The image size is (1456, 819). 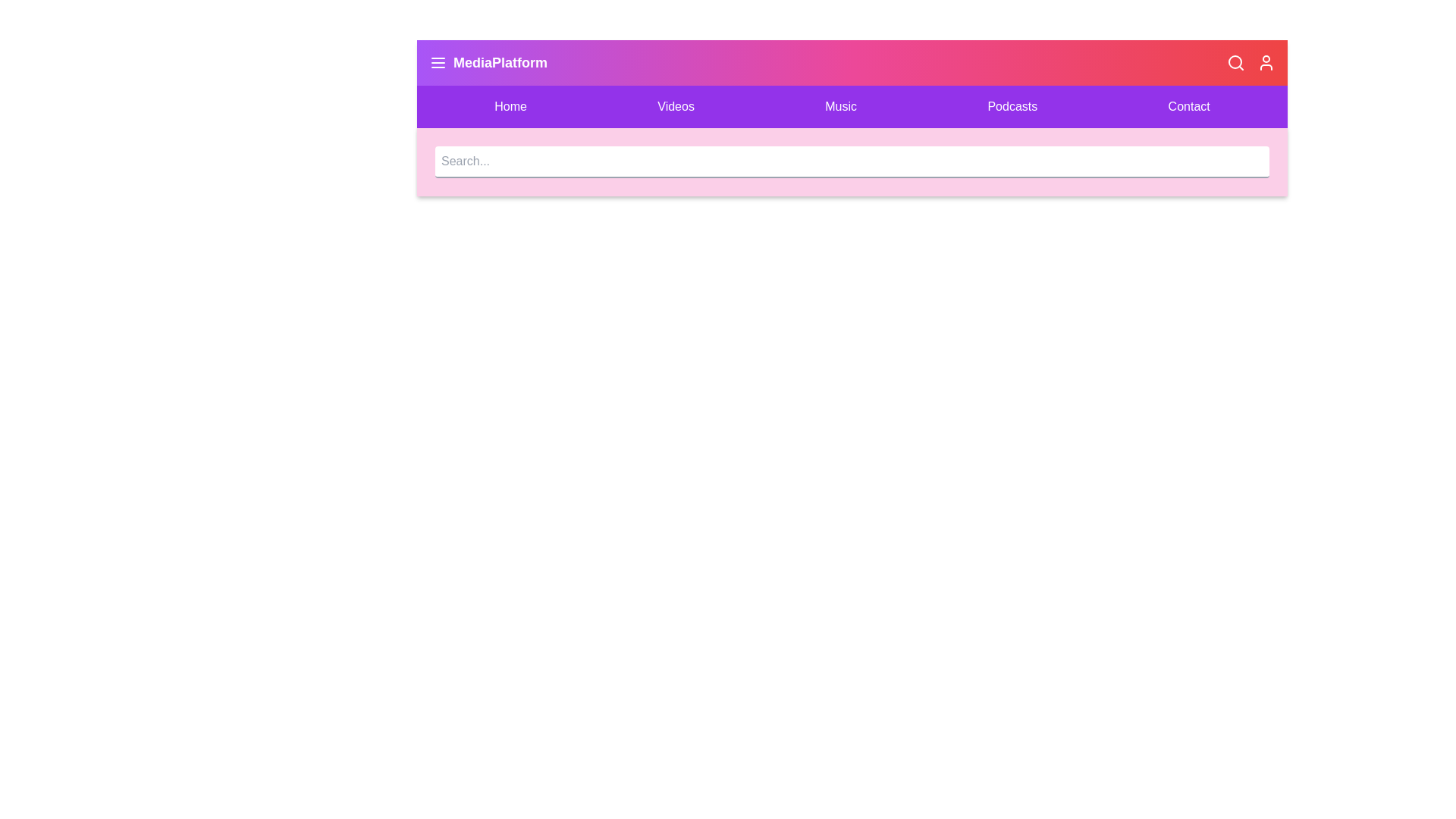 I want to click on the user icon to access user-related actions, so click(x=1266, y=62).